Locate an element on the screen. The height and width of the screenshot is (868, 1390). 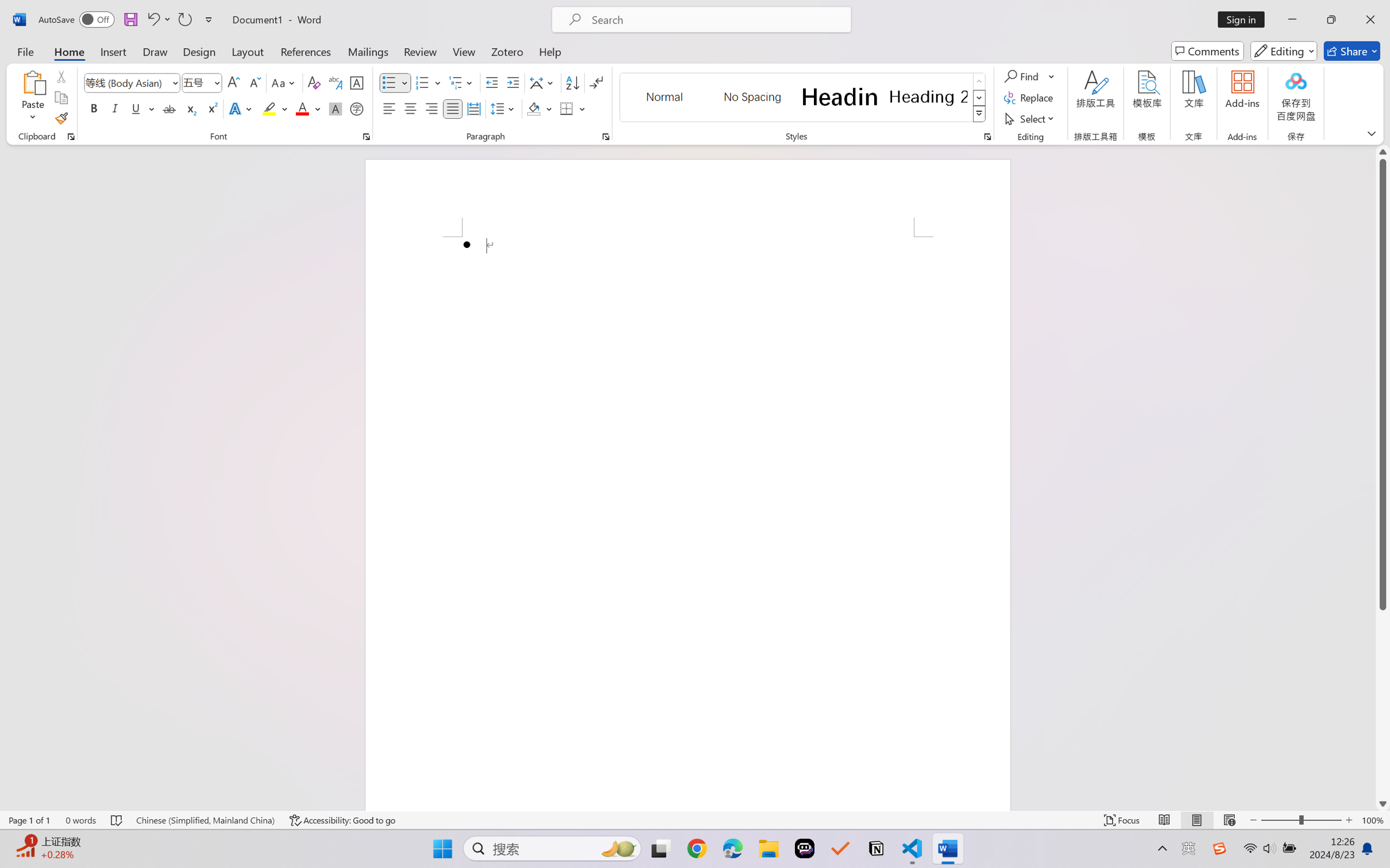
'Zoom 100%' is located at coordinates (1373, 820).